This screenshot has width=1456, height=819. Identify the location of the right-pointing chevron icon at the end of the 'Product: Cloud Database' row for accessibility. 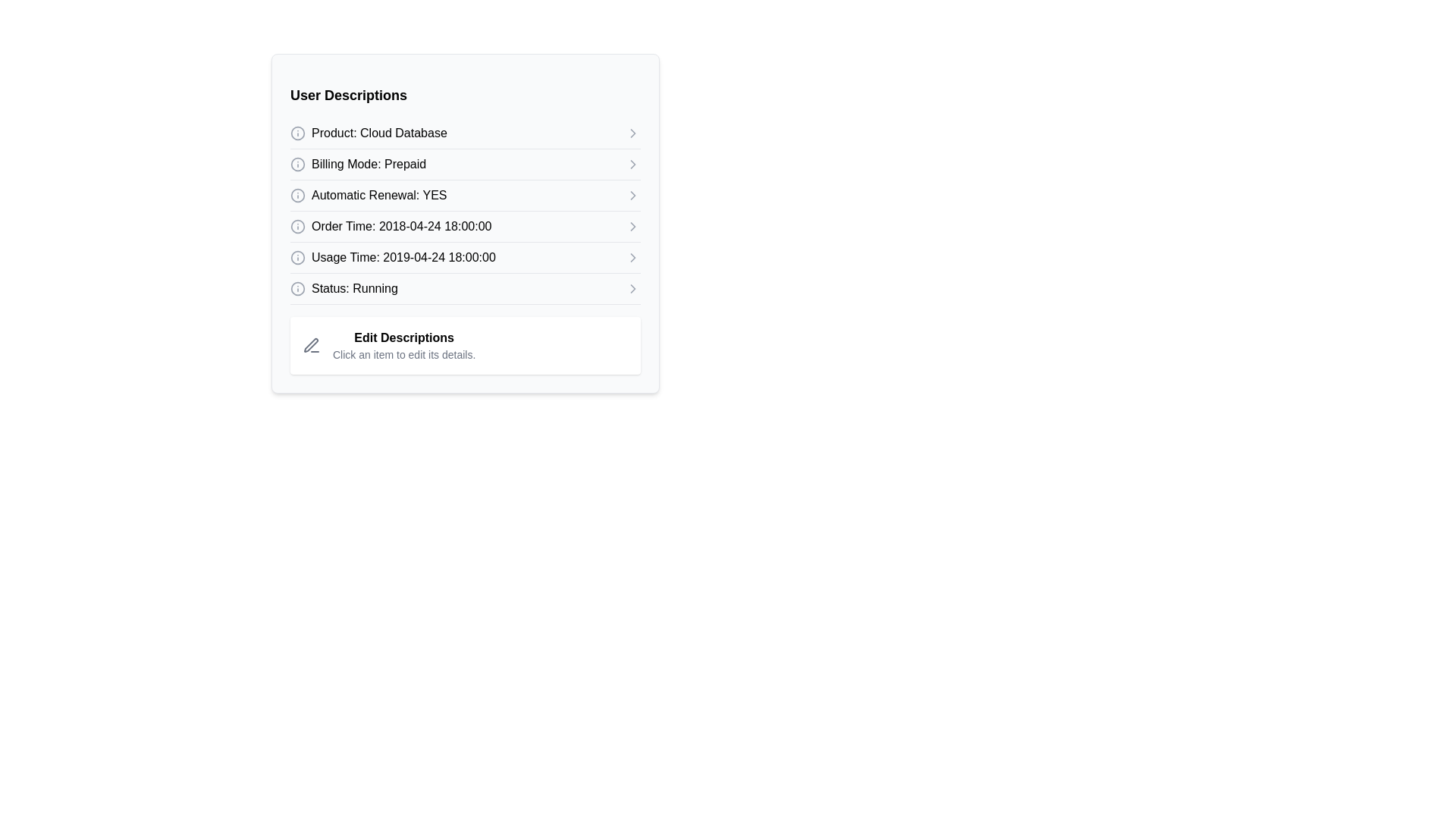
(633, 133).